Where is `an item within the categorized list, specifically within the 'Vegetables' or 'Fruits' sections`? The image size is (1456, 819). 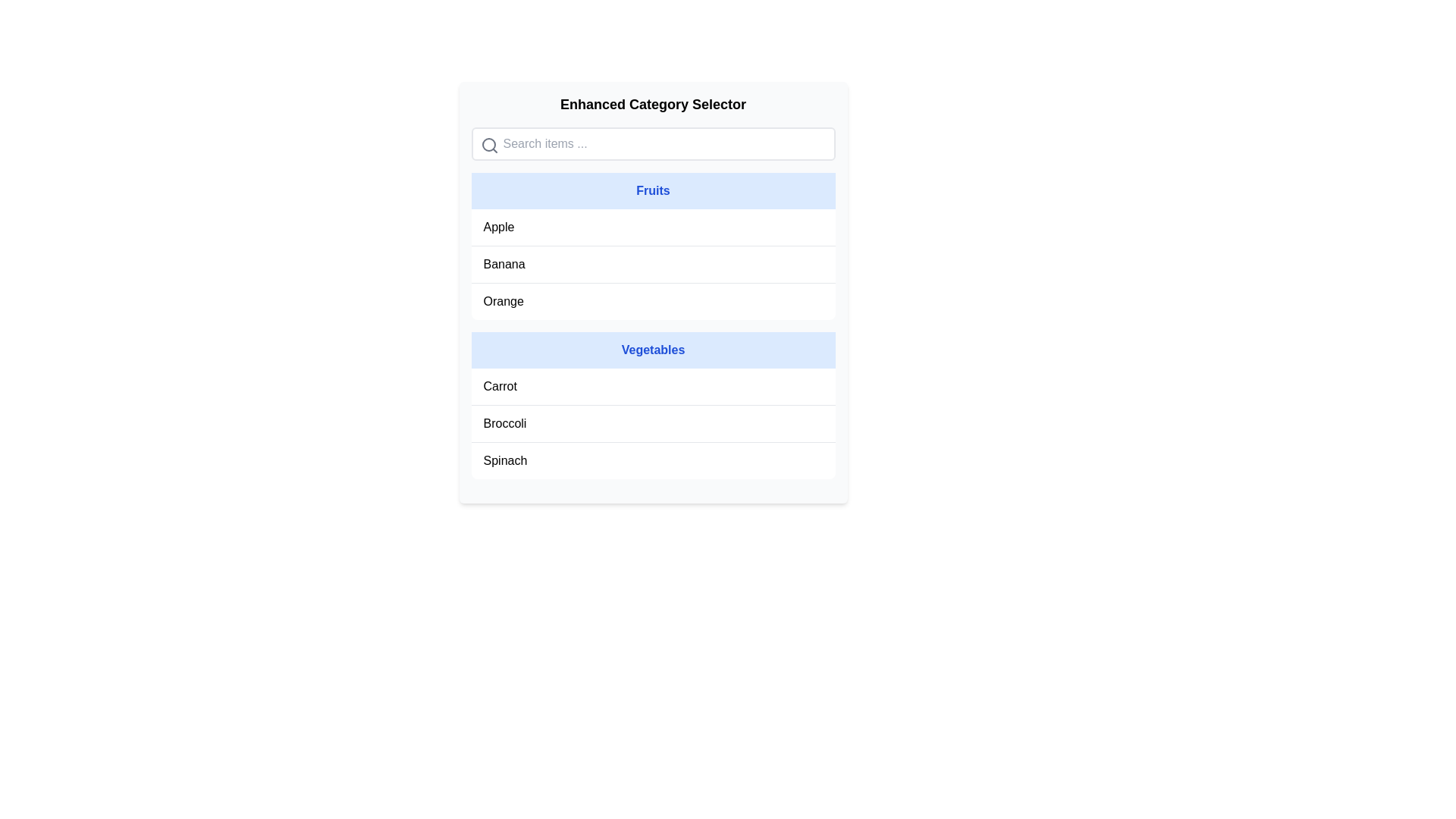
an item within the categorized list, specifically within the 'Vegetables' or 'Fruits' sections is located at coordinates (653, 331).